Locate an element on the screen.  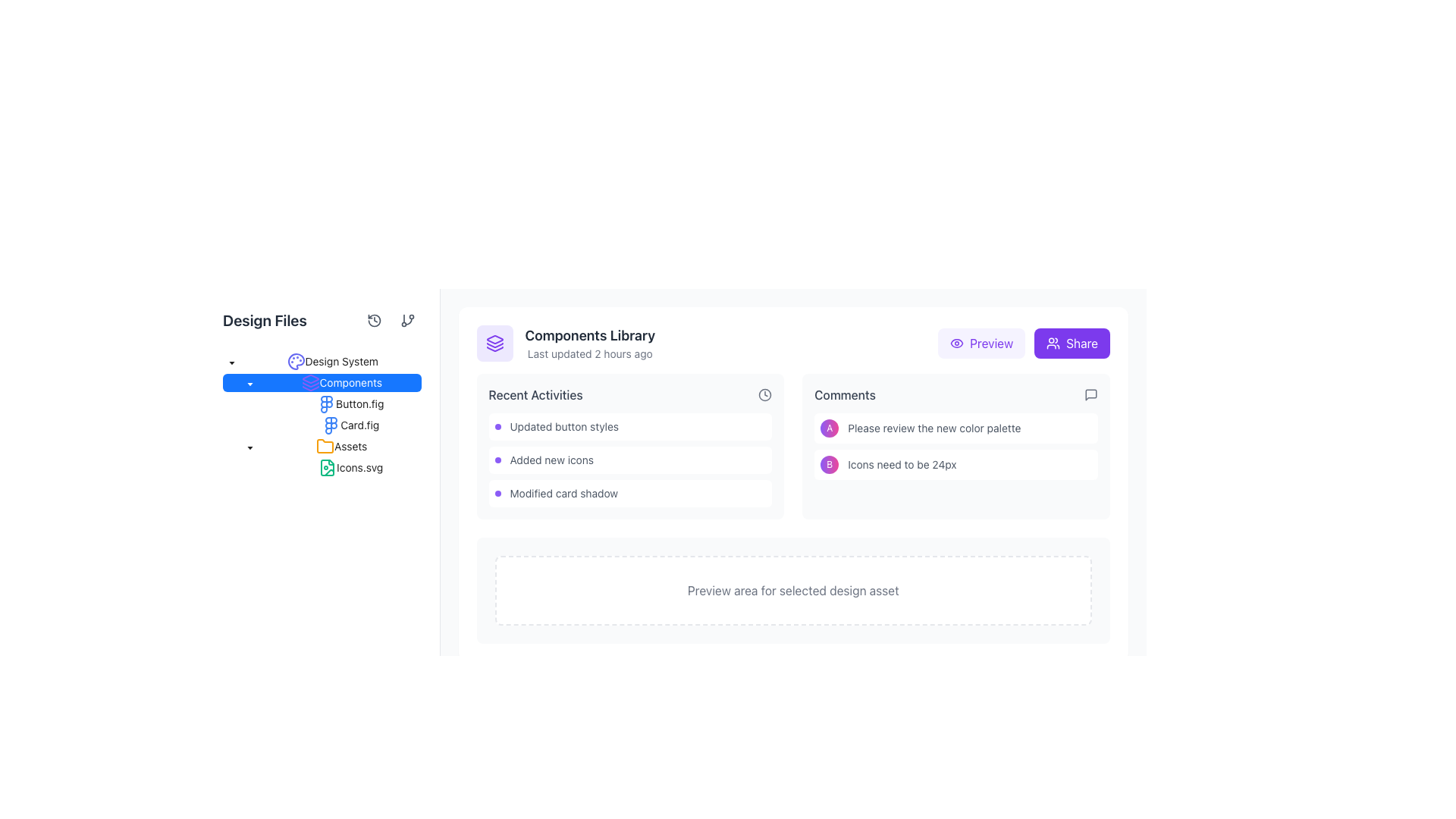
the 'Button.fig' file item located under the 'Components' folder in the left-hand sidebar of the interface is located at coordinates (359, 403).